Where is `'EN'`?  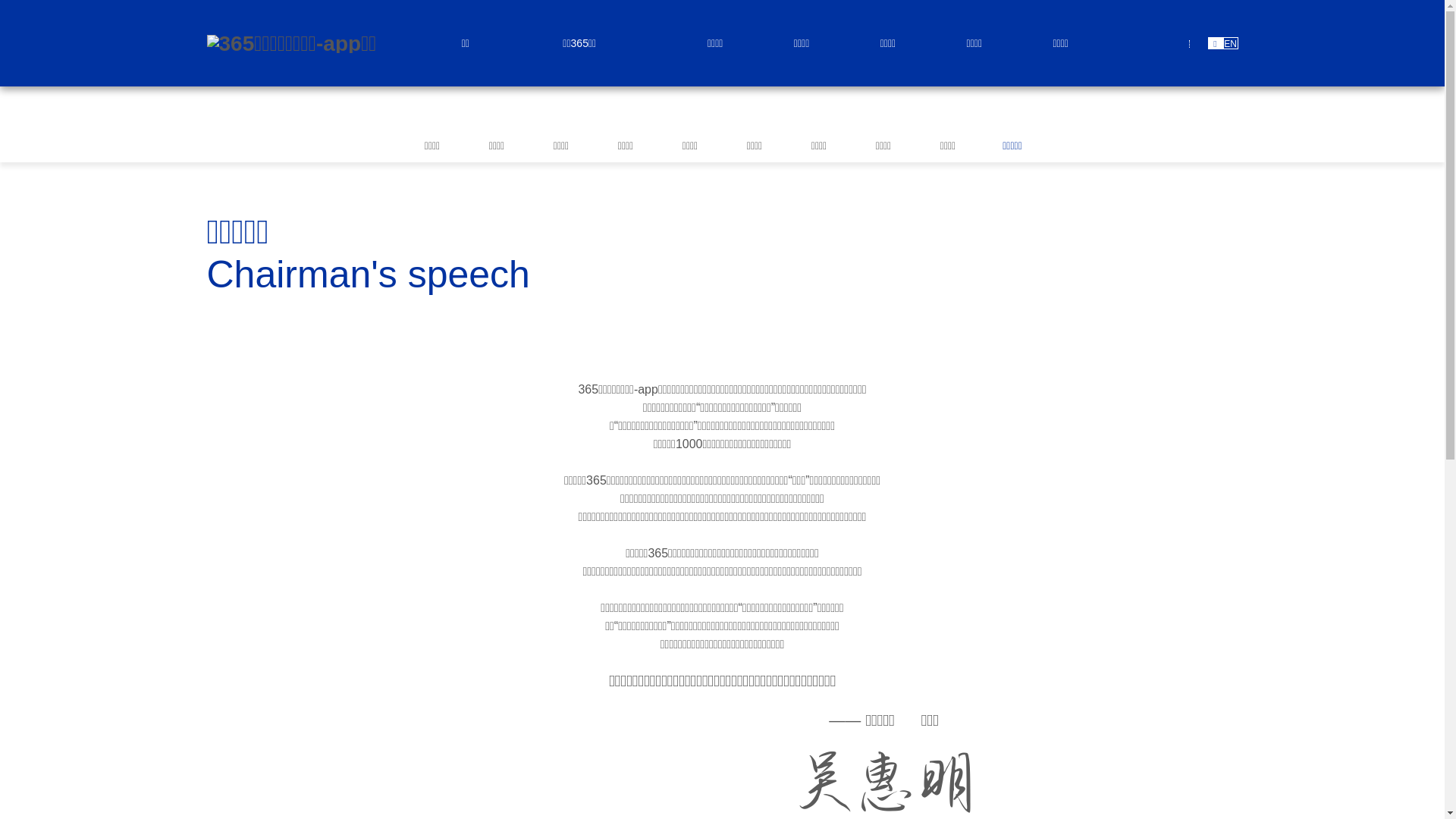 'EN' is located at coordinates (1230, 42).